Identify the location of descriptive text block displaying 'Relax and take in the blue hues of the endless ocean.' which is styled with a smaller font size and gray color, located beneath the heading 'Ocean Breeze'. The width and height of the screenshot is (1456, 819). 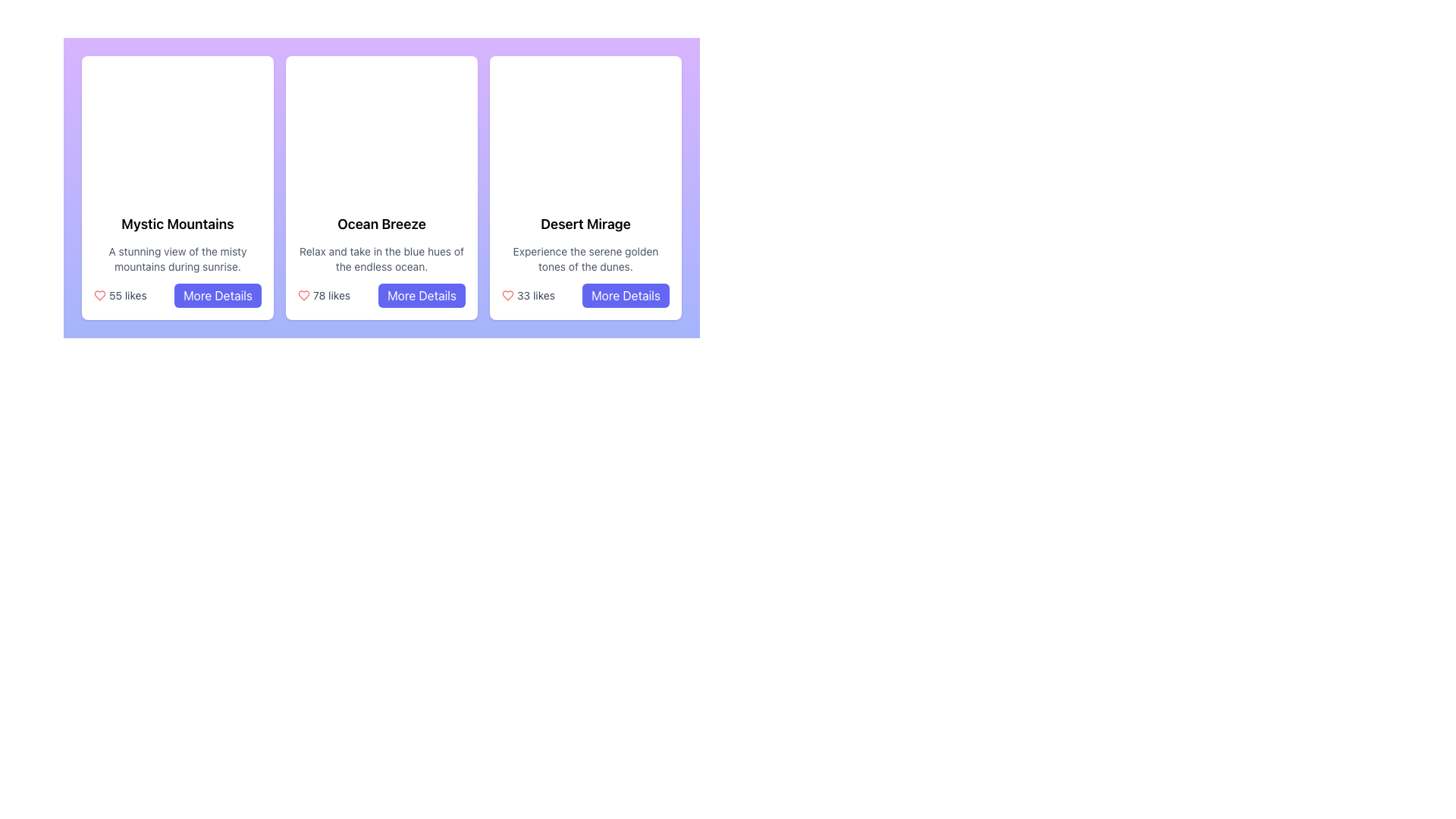
(381, 259).